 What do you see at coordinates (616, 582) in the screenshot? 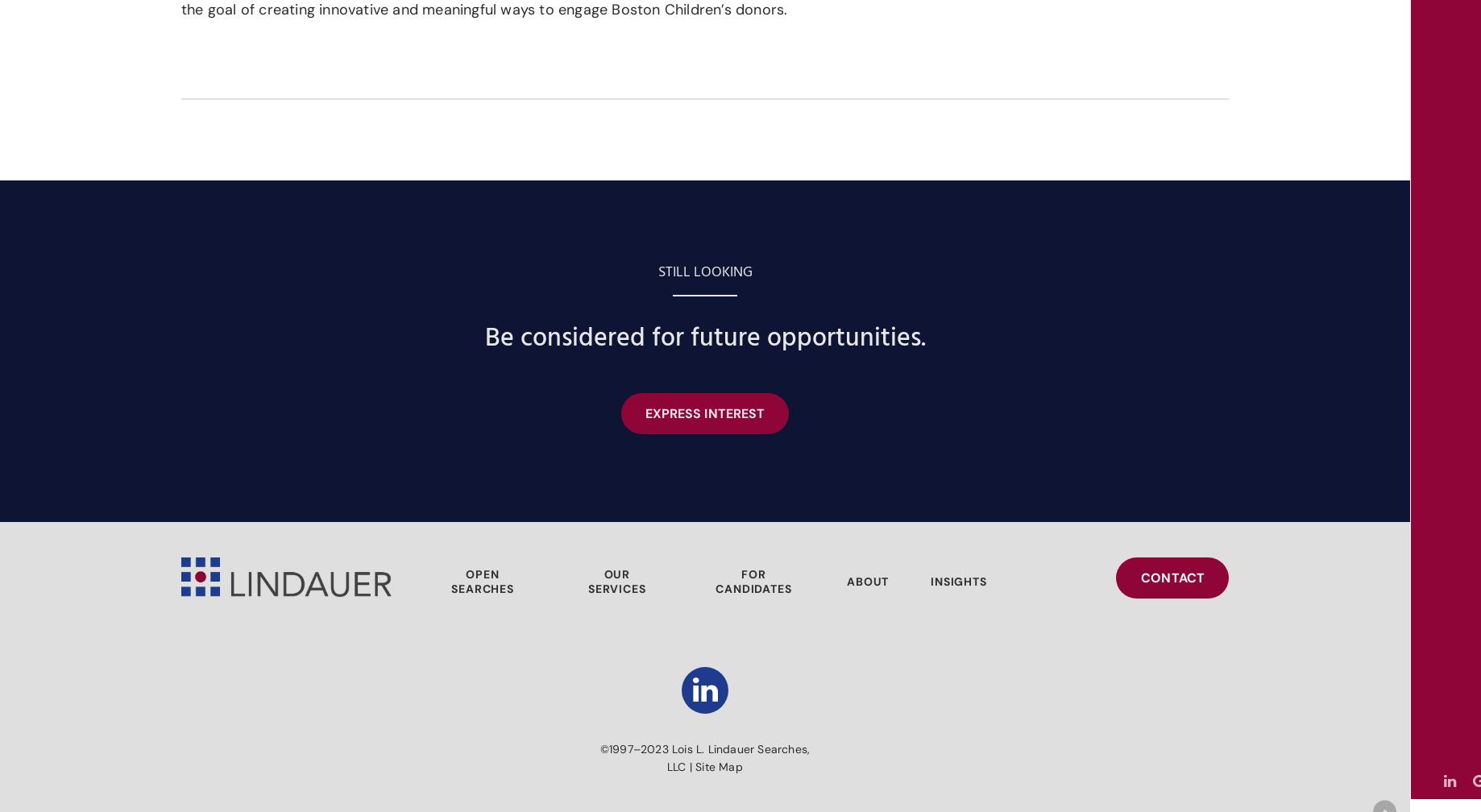
I see `'Our Services'` at bounding box center [616, 582].